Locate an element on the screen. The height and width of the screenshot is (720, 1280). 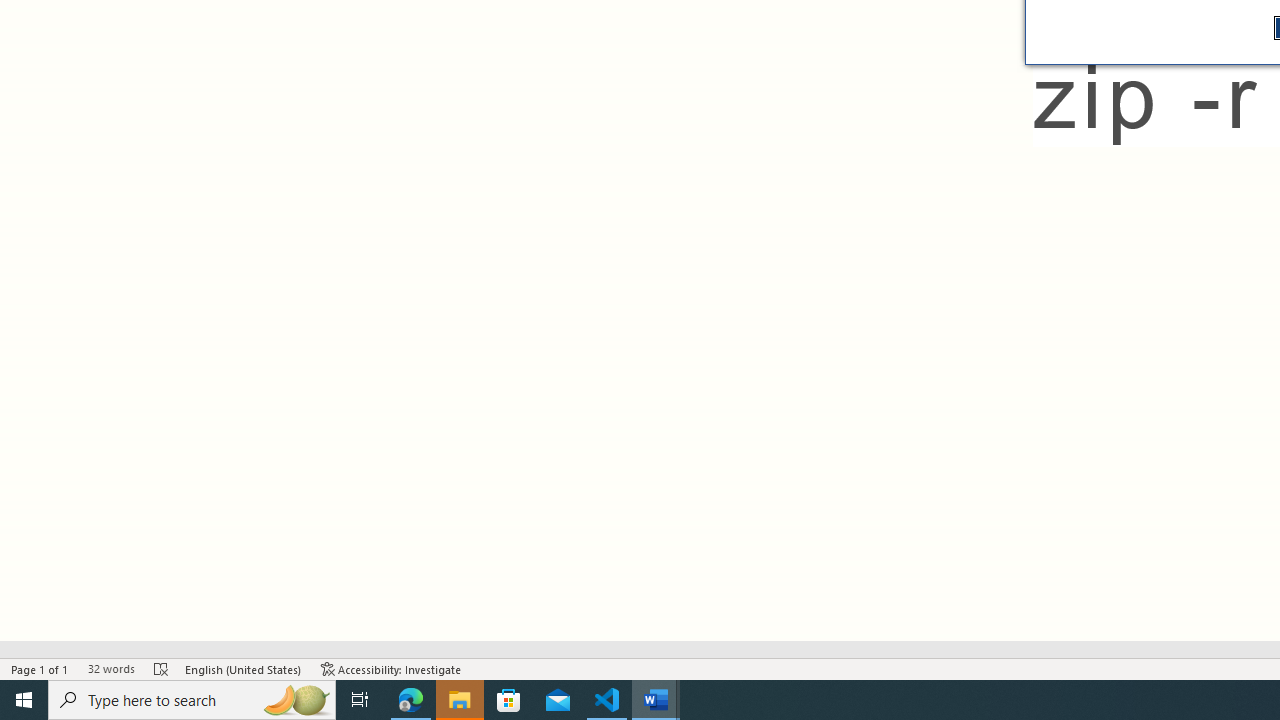
'Word - 2 running windows' is located at coordinates (656, 698).